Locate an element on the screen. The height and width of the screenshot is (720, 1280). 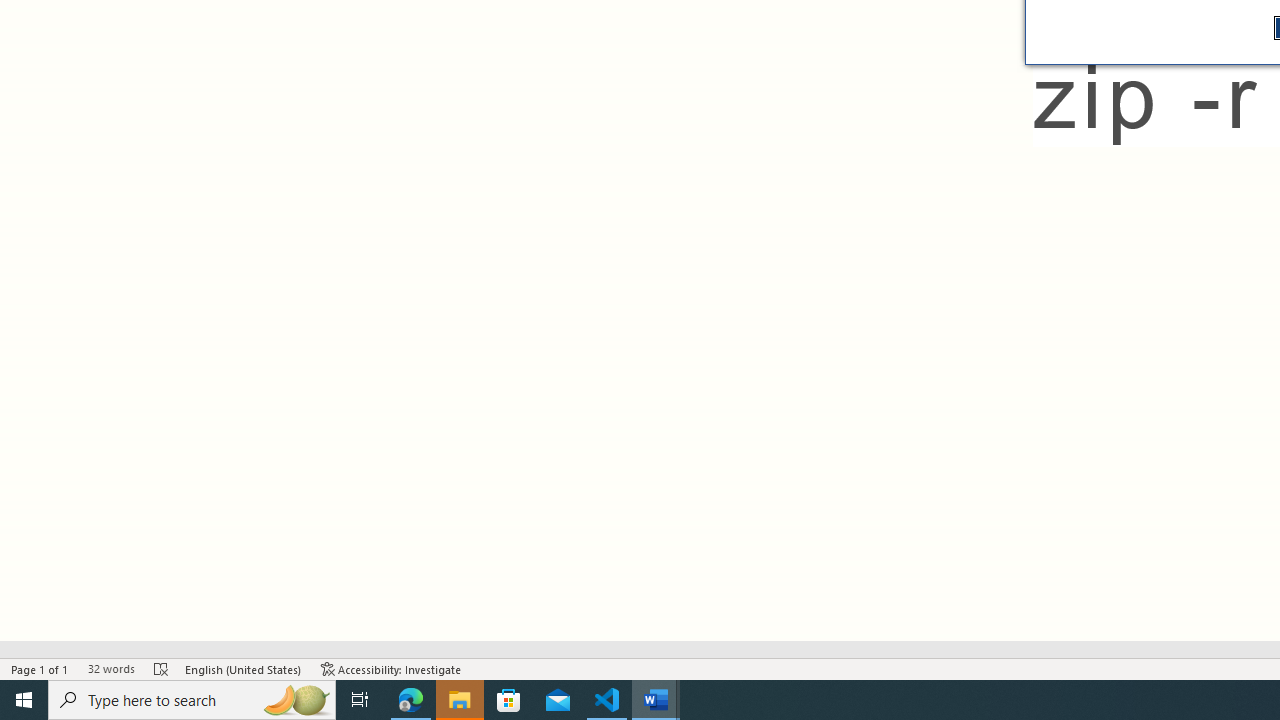
'Word - 2 running windows' is located at coordinates (656, 698).